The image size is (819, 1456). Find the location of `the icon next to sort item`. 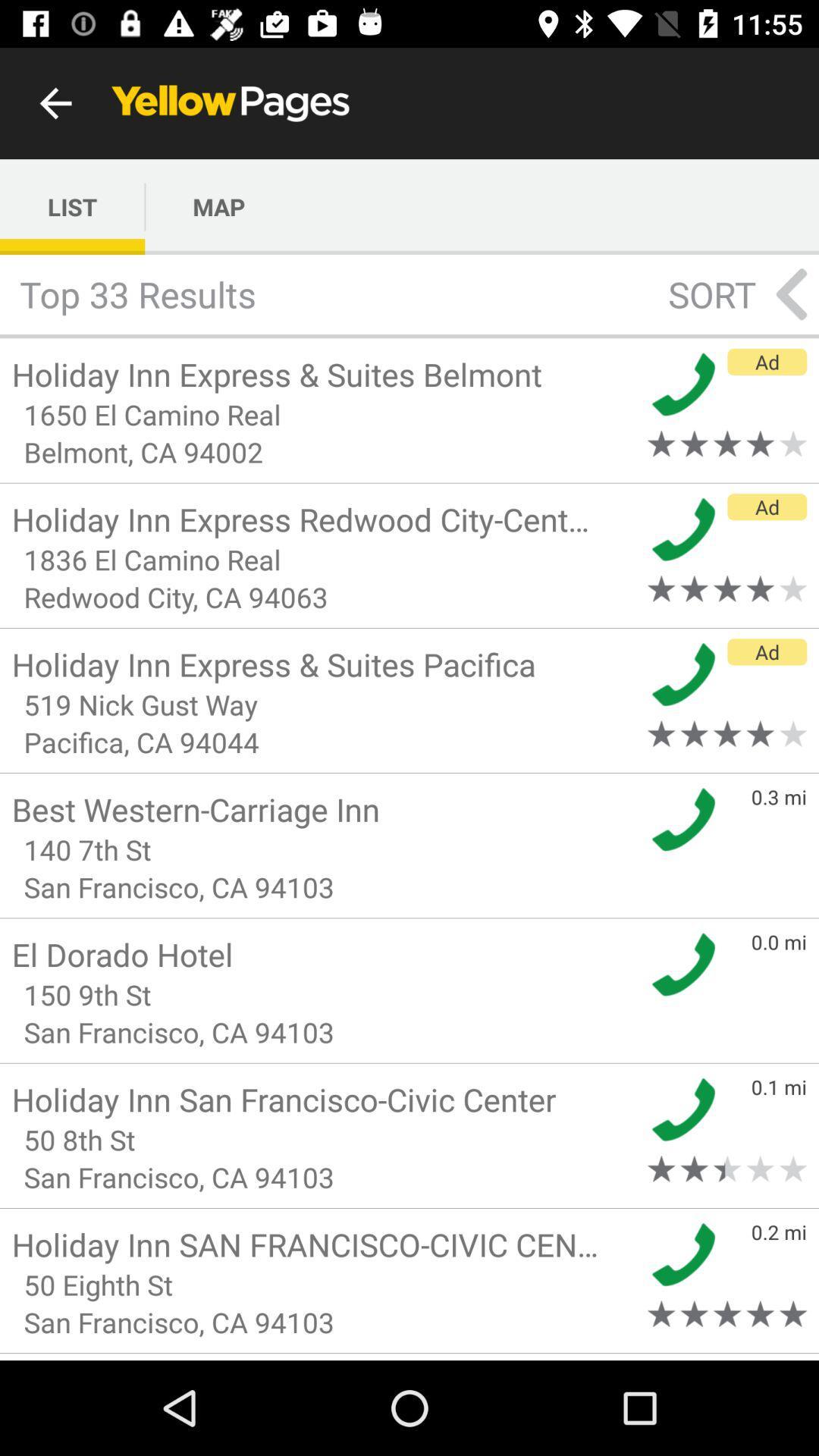

the icon next to sort item is located at coordinates (791, 294).